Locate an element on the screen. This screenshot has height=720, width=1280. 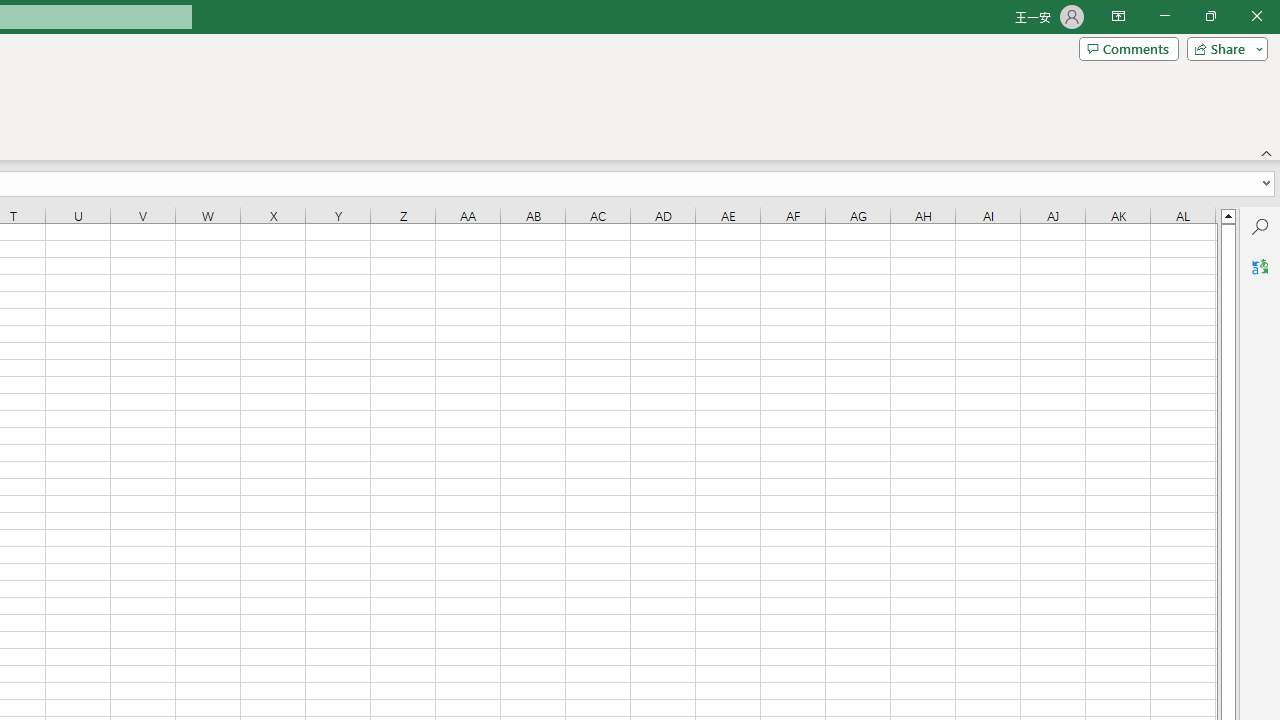
'Search' is located at coordinates (1259, 226).